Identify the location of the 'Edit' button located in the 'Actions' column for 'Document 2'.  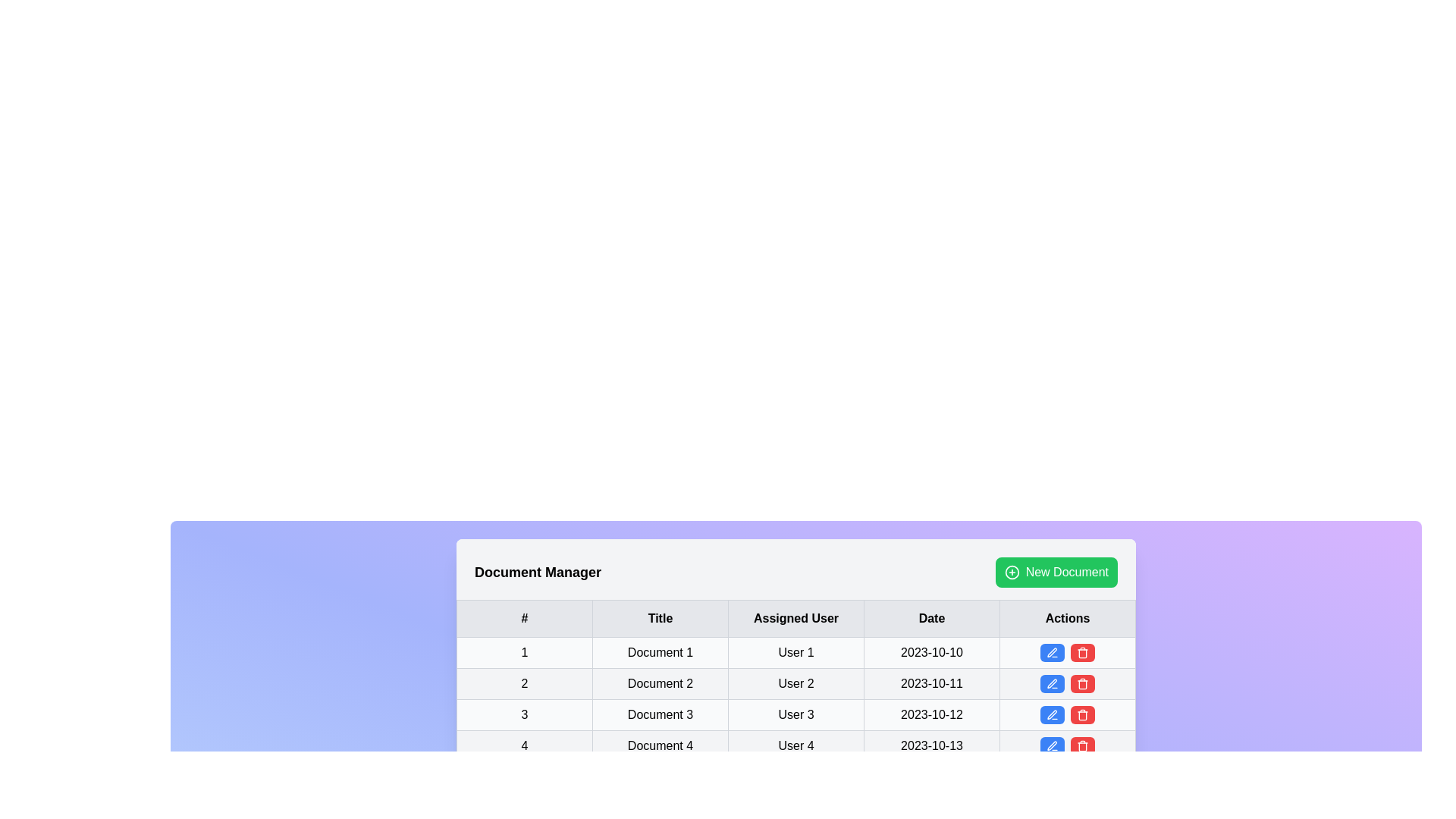
(1051, 684).